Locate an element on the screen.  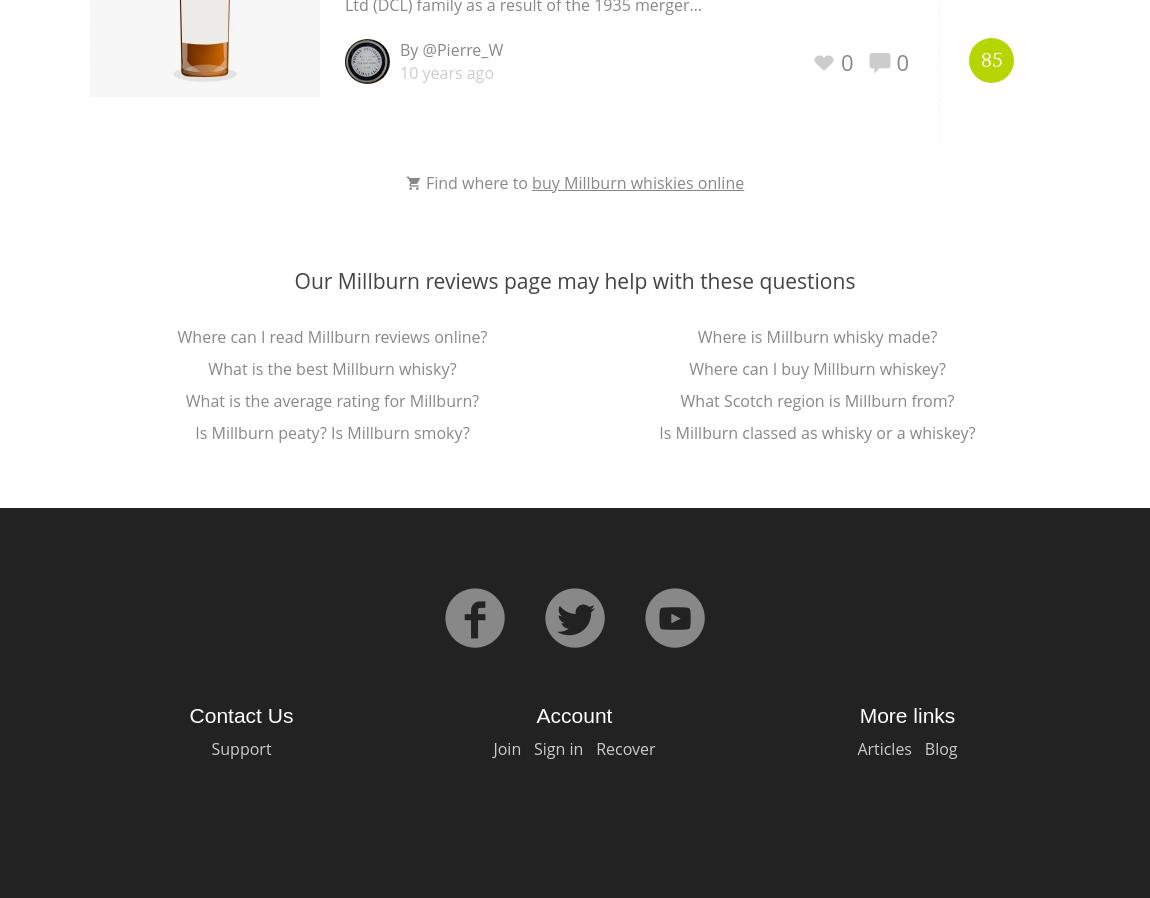
'By @Pierre_W' is located at coordinates (451, 49).